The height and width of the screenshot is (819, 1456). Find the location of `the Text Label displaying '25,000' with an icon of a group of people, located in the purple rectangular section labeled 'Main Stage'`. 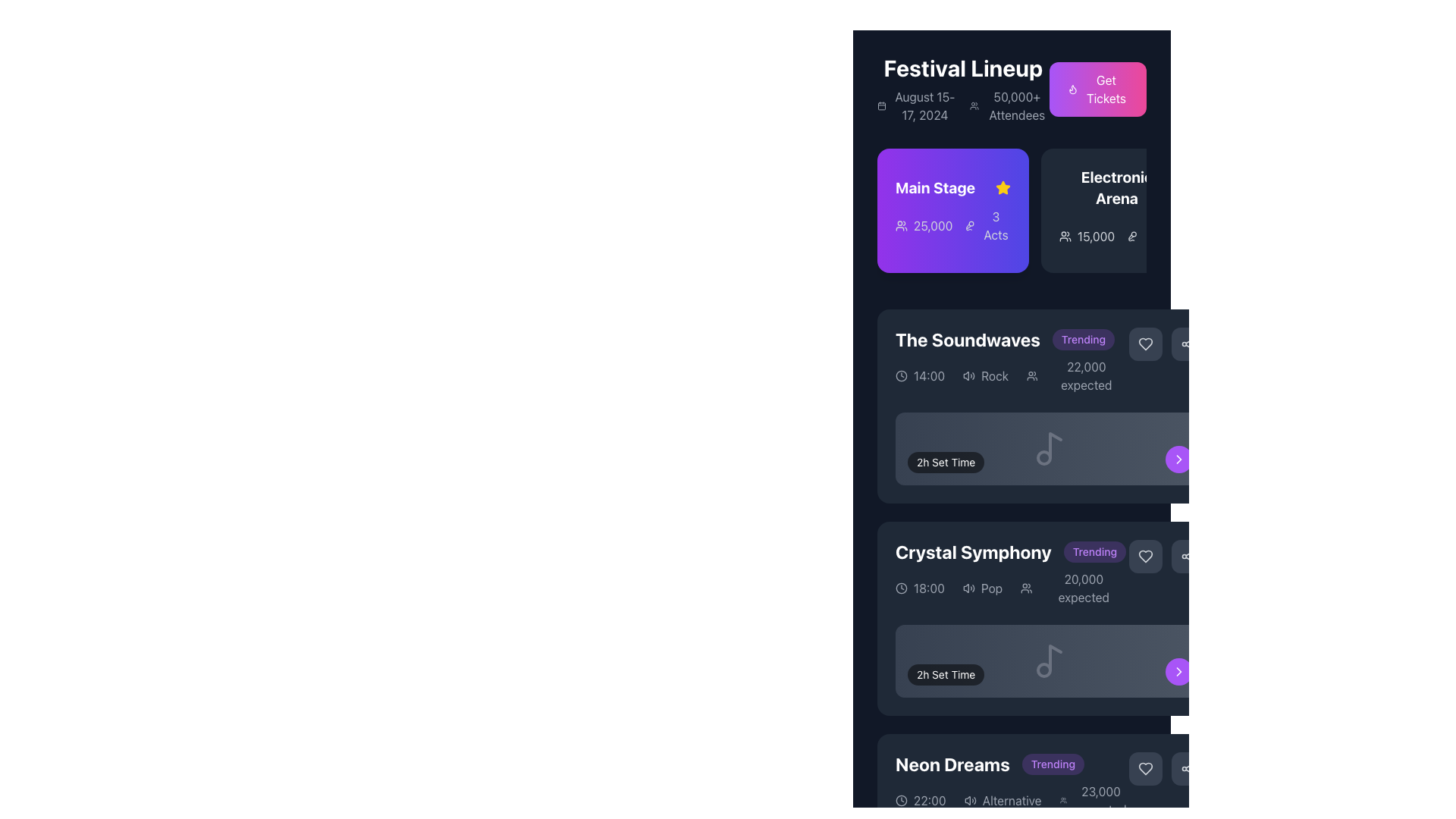

the Text Label displaying '25,000' with an icon of a group of people, located in the purple rectangular section labeled 'Main Stage' is located at coordinates (923, 225).